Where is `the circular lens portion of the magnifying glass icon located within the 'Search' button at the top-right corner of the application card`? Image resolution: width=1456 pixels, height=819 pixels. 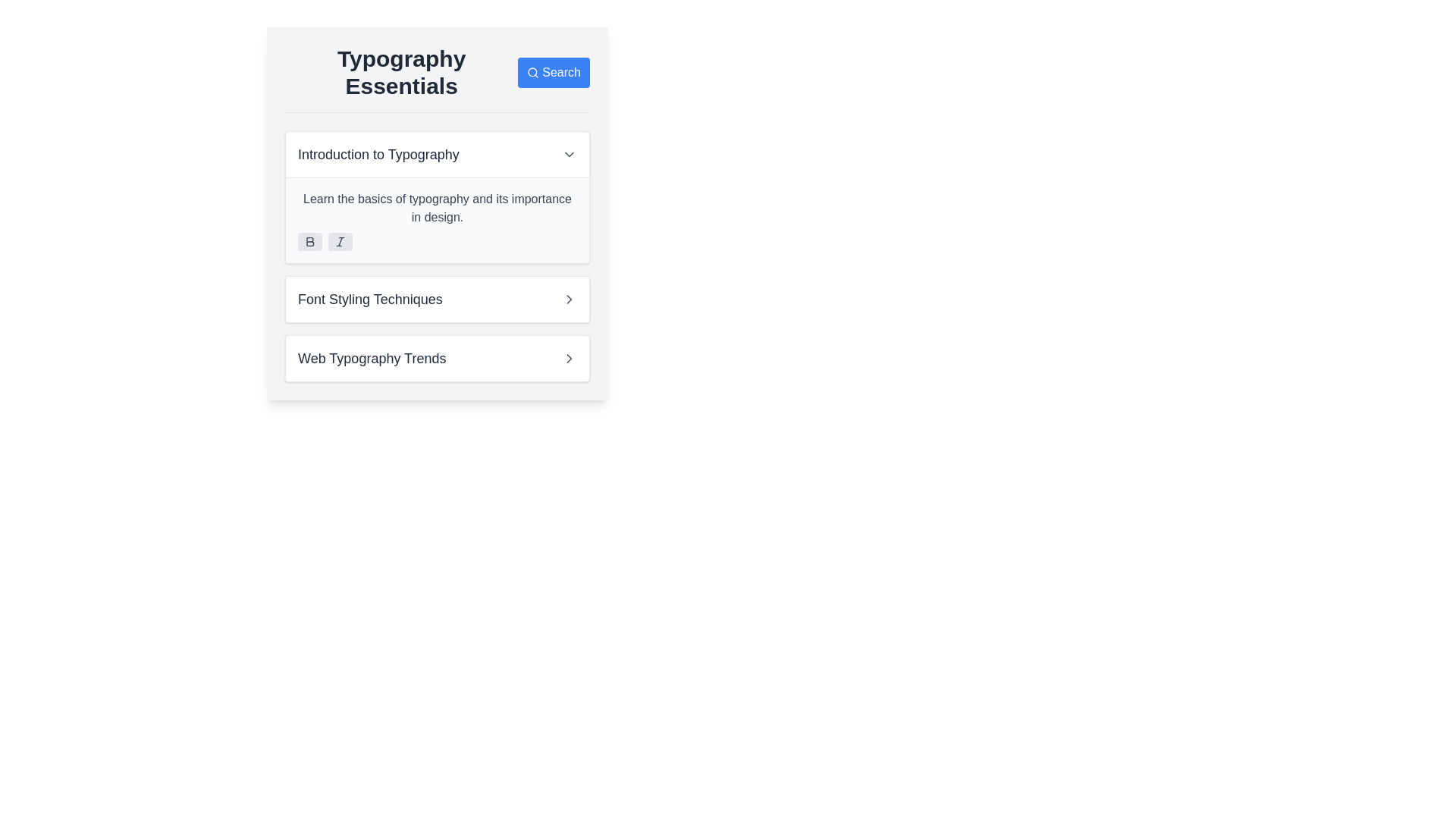
the circular lens portion of the magnifying glass icon located within the 'Search' button at the top-right corner of the application card is located at coordinates (532, 72).